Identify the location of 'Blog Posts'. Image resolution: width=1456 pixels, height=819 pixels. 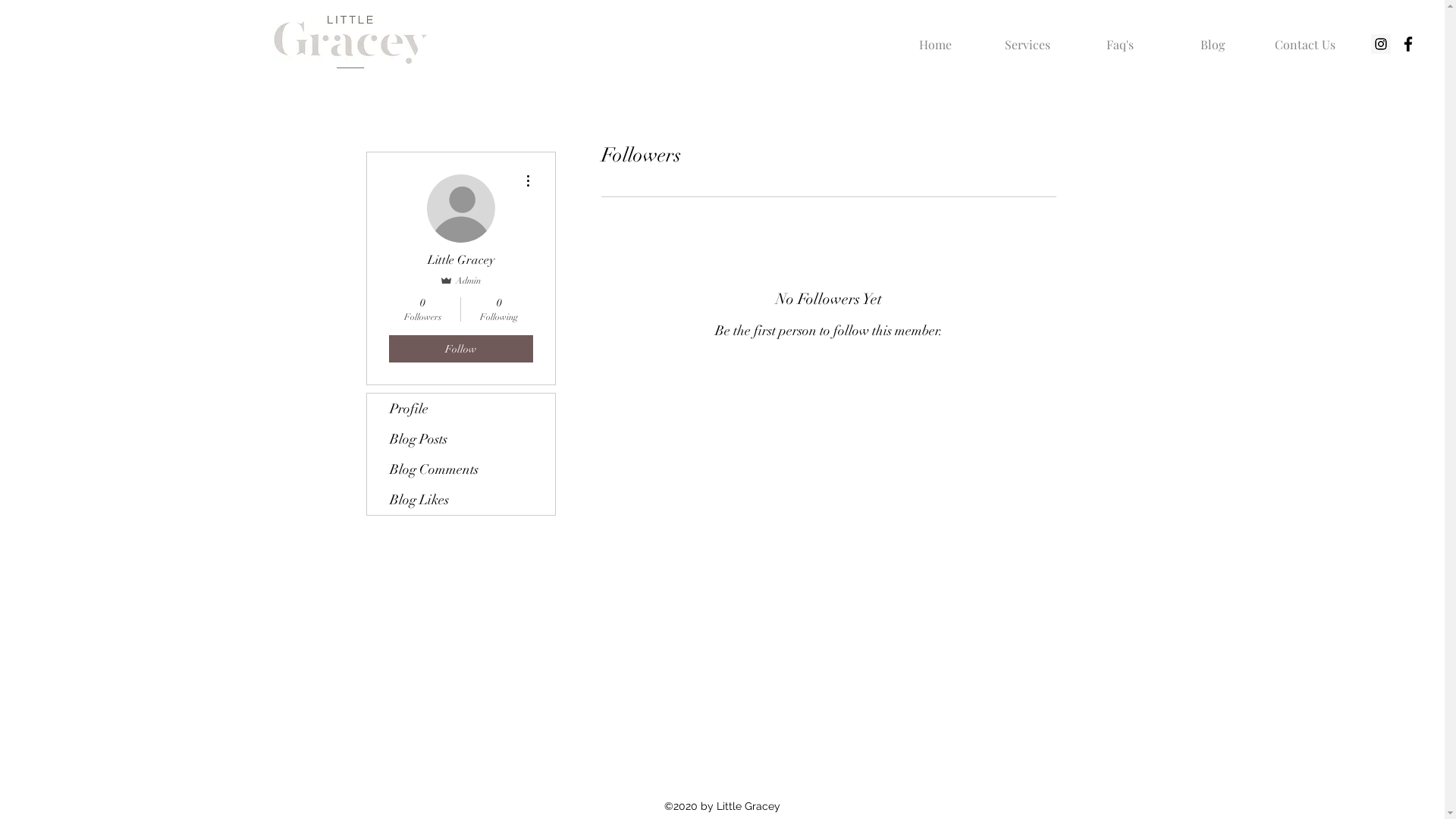
(460, 438).